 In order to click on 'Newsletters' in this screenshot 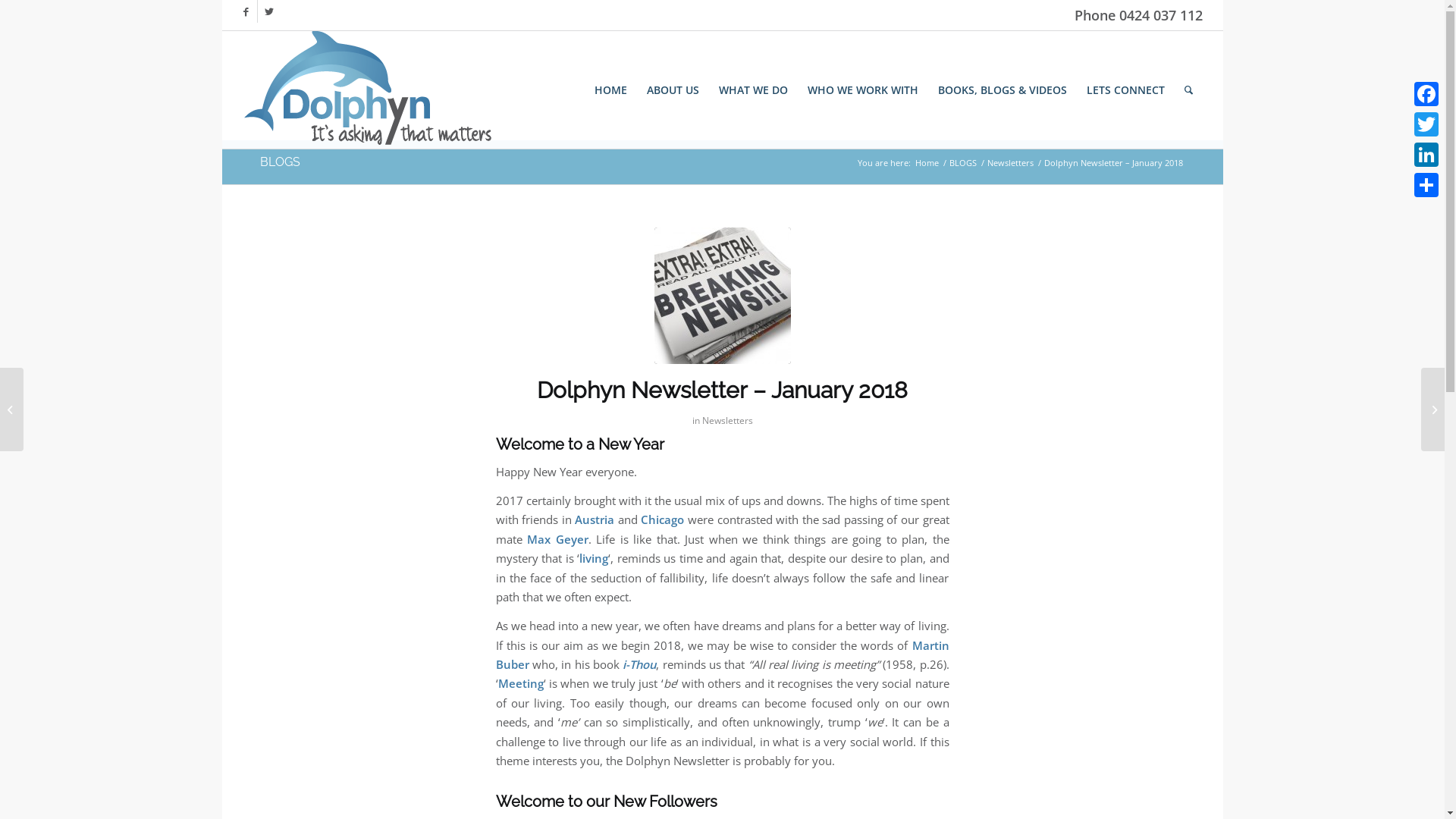, I will do `click(1009, 162)`.